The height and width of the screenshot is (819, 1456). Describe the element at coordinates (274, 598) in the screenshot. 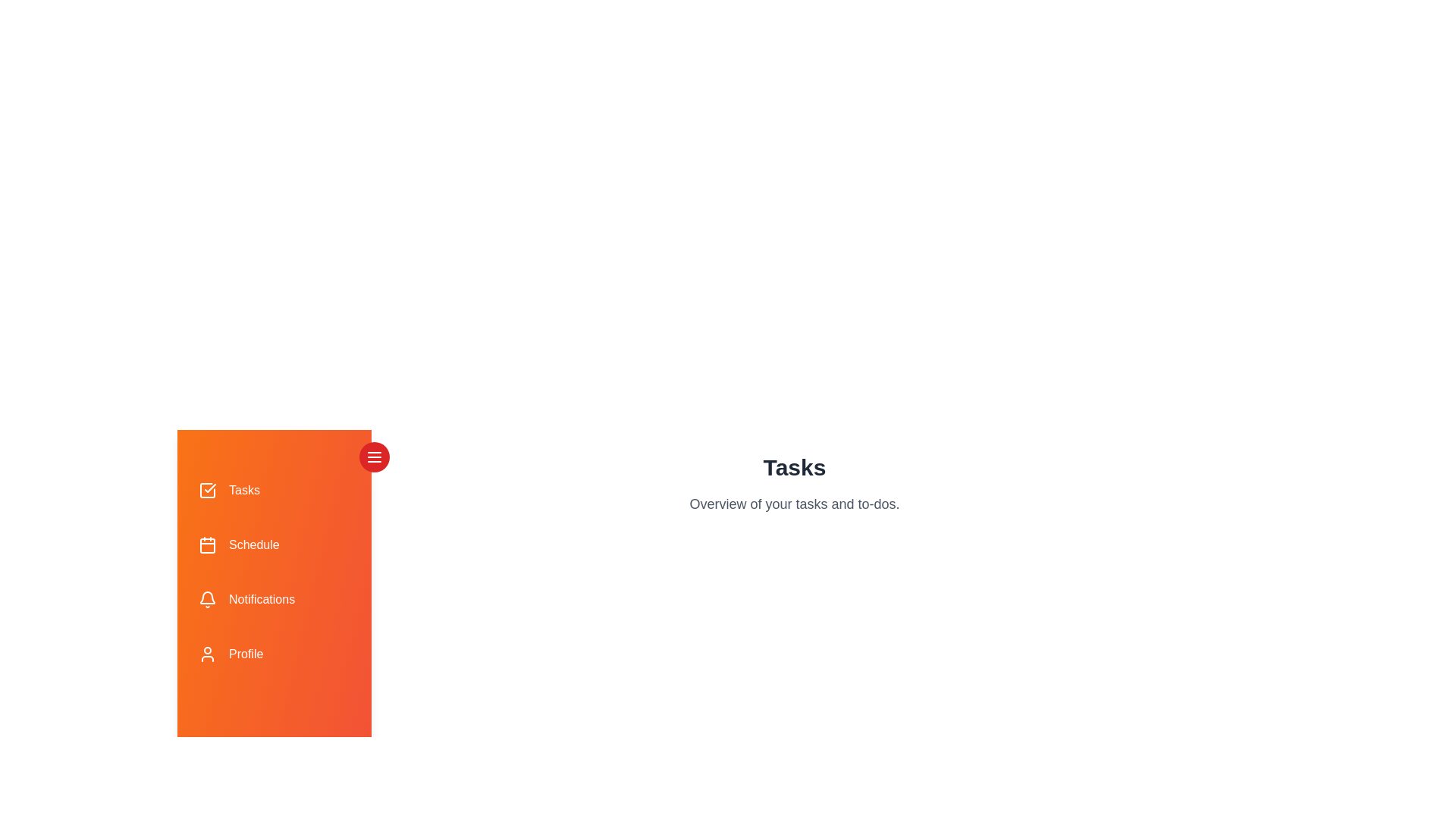

I see `the tab labeled Notifications to switch to it` at that location.